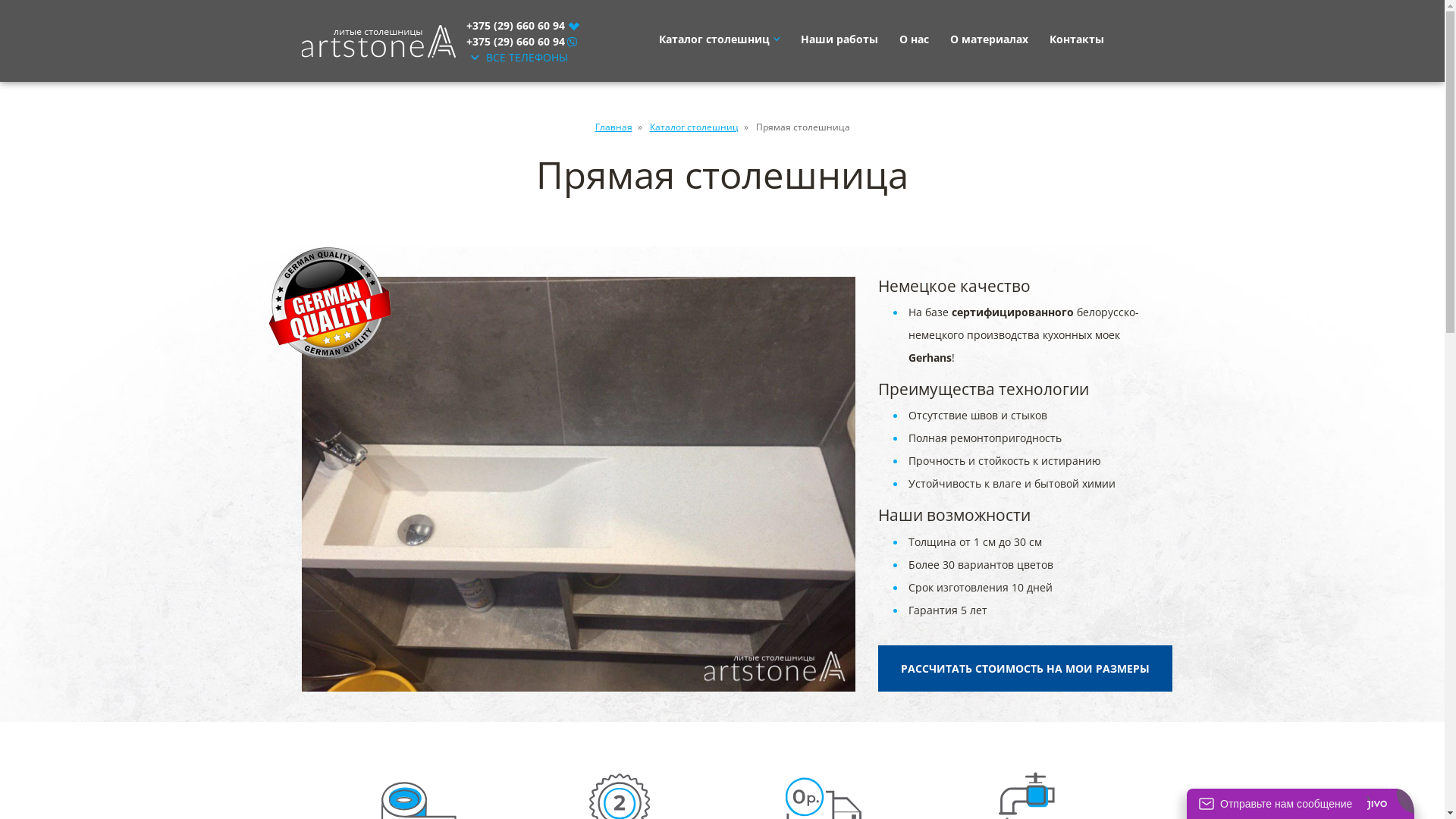 The image size is (1456, 819). What do you see at coordinates (522, 24) in the screenshot?
I see `'+375 (29) 660 60 94'` at bounding box center [522, 24].